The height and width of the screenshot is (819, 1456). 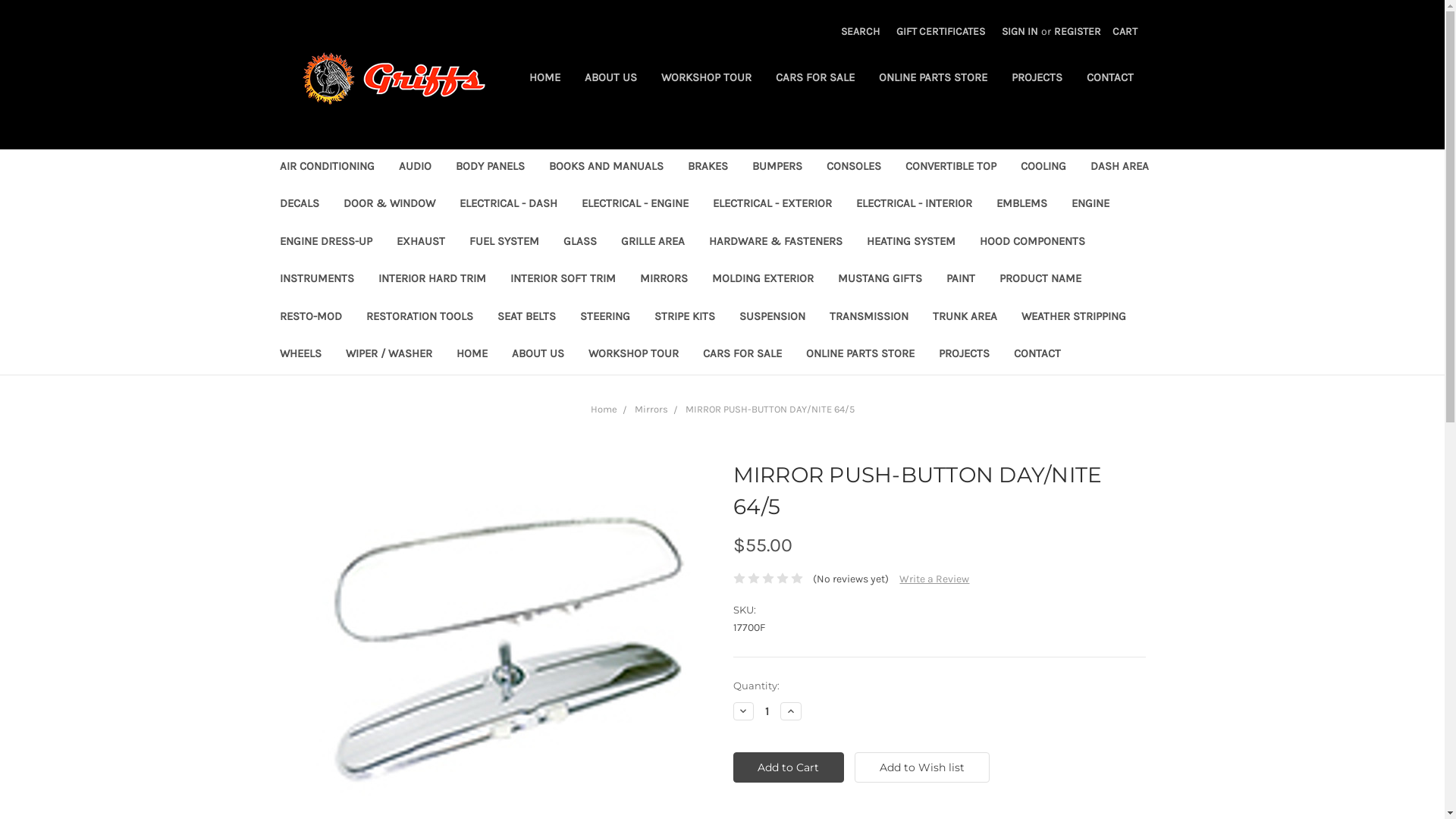 I want to click on 'Griffs', so click(x=393, y=78).